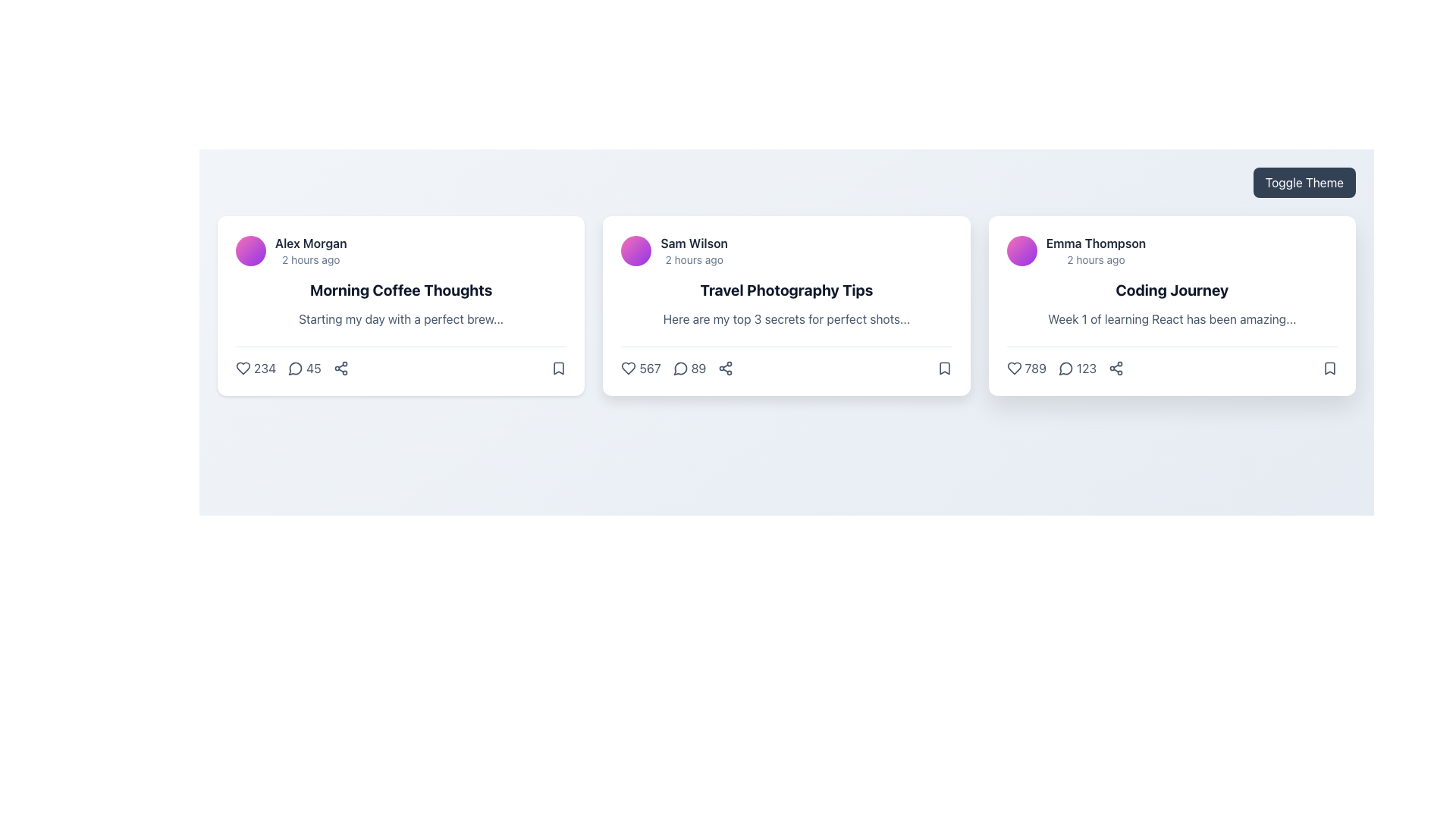 This screenshot has width=1456, height=819. Describe the element at coordinates (1064, 369) in the screenshot. I see `the comment counter text label next to the heart icon and to the left of the chain icon` at that location.